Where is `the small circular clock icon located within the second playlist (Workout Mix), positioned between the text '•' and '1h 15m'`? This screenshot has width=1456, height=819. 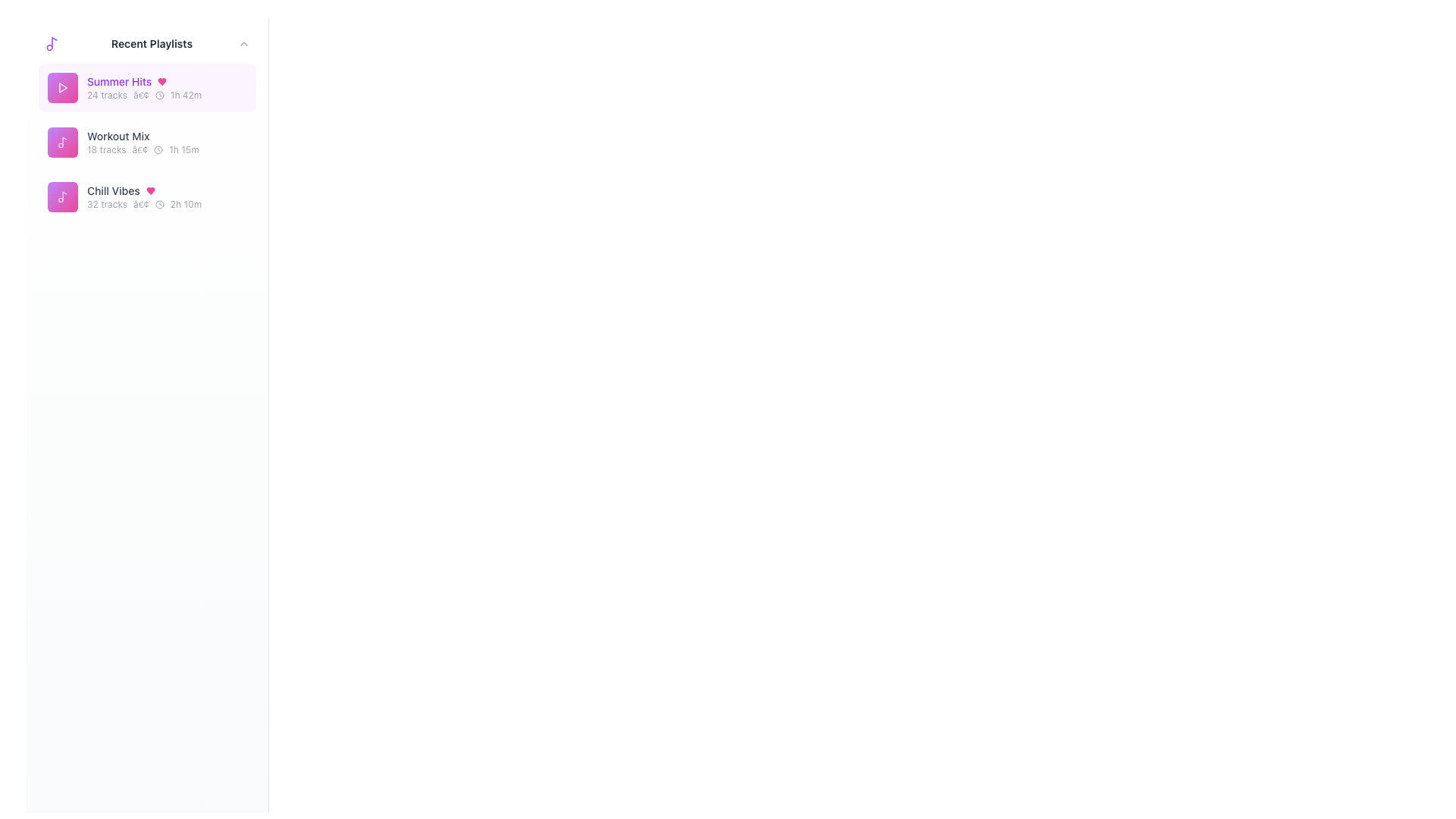 the small circular clock icon located within the second playlist (Workout Mix), positioned between the text '•' and '1h 15m' is located at coordinates (158, 149).